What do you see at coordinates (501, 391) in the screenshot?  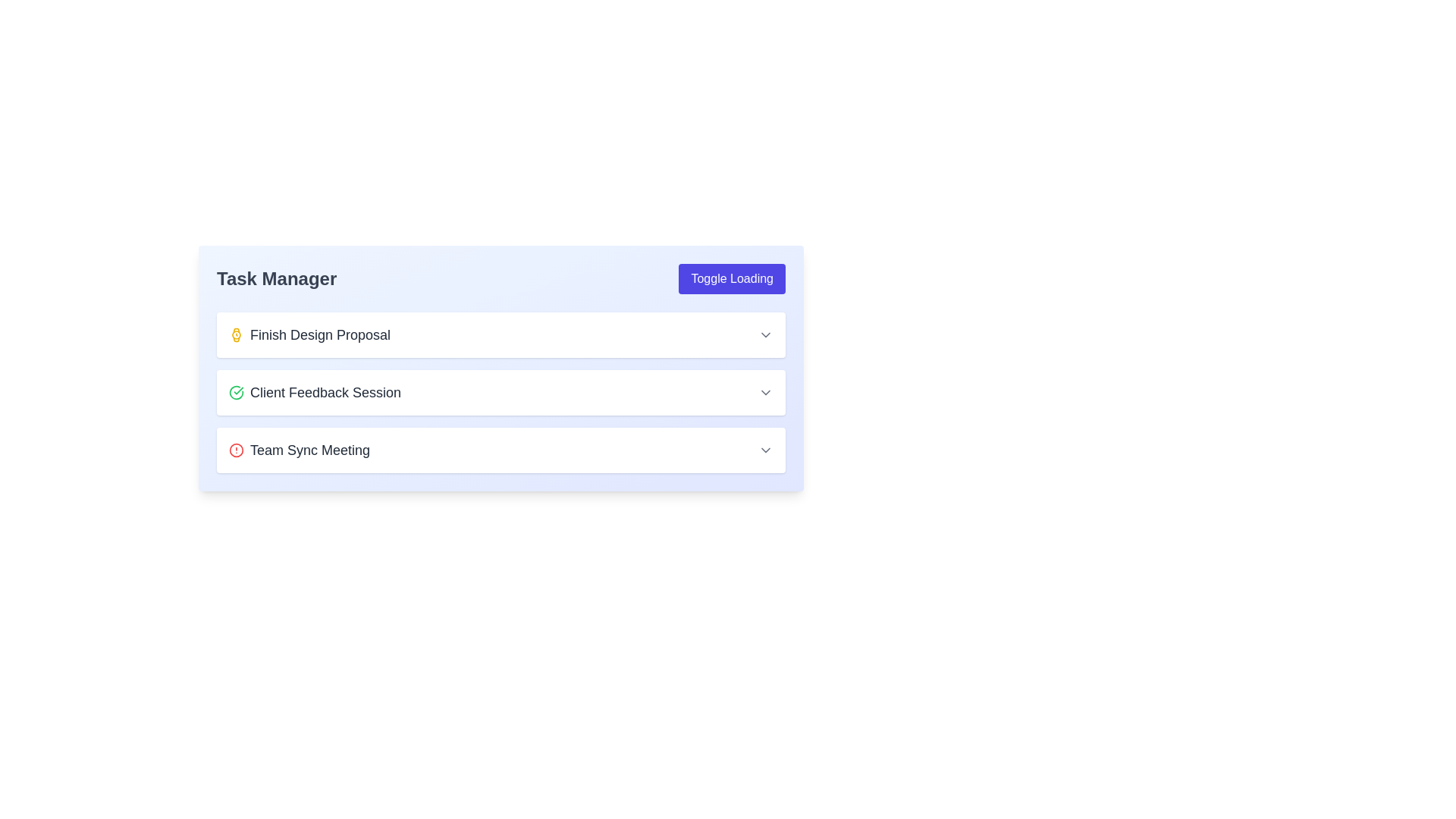 I see `the dropdown arrow of the 'Client Feedback Session' list item` at bounding box center [501, 391].